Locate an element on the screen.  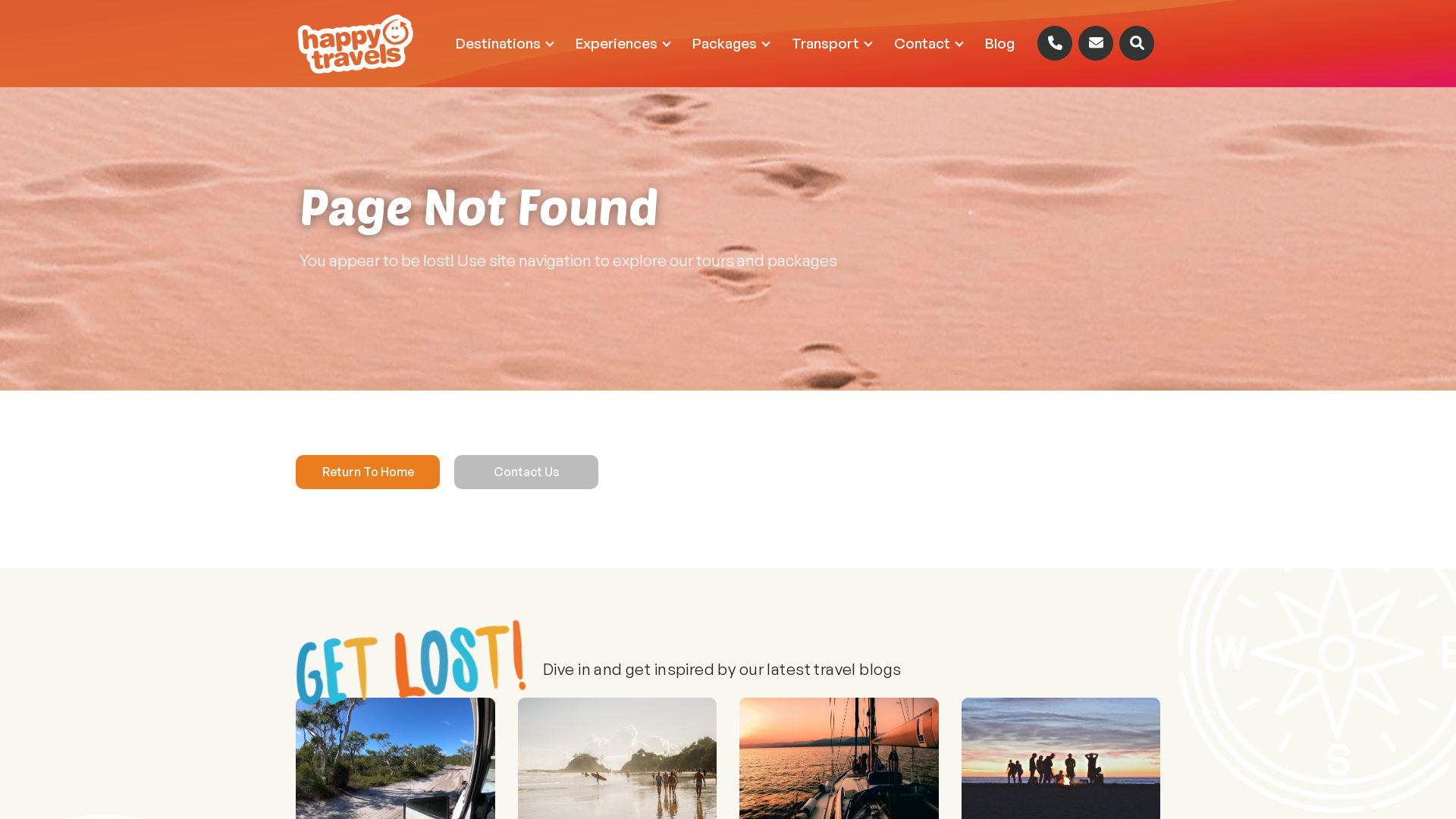
'Packages' is located at coordinates (730, 42).